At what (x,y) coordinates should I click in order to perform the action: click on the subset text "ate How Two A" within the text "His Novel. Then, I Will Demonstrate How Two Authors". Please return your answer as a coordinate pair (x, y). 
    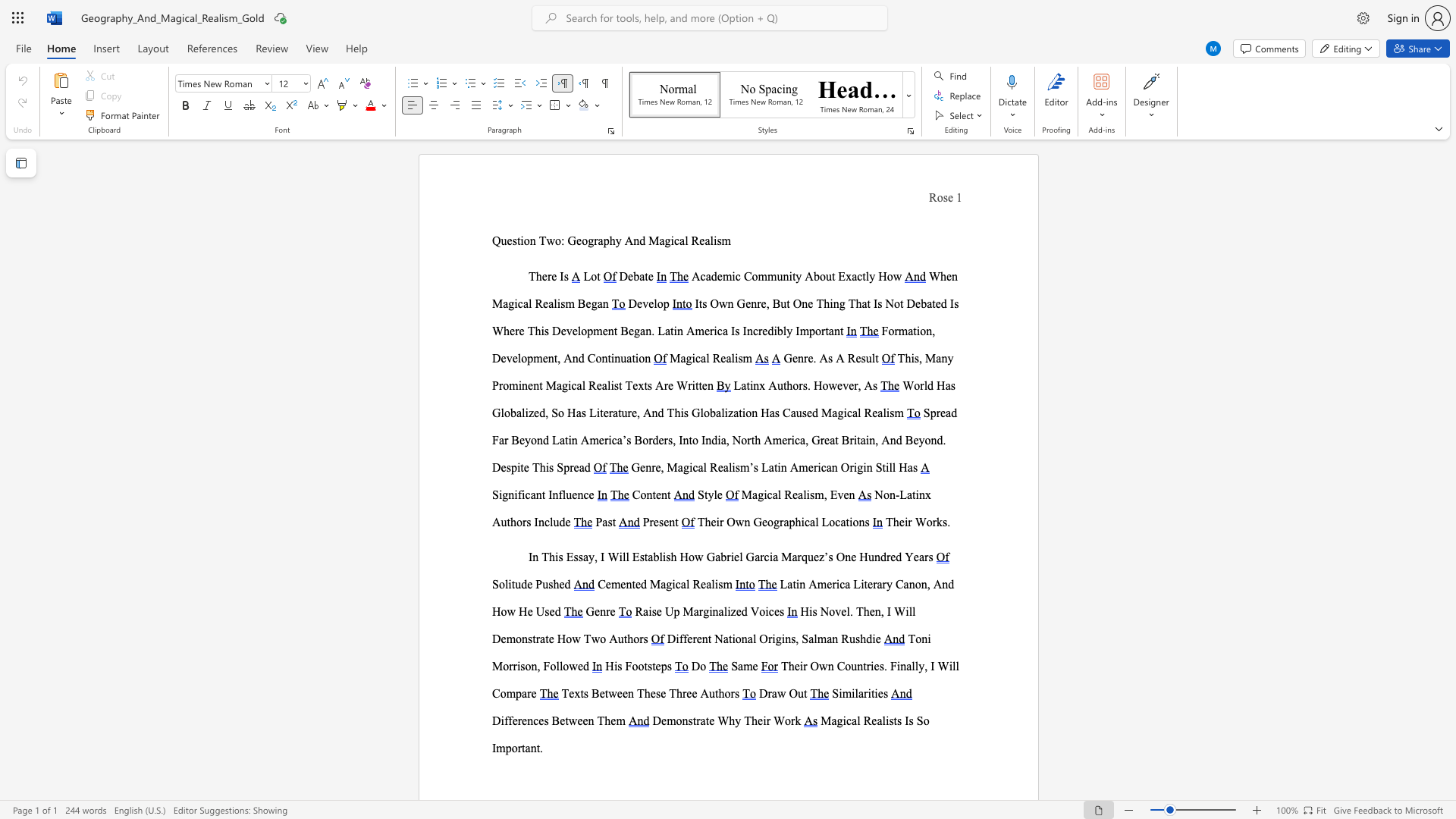
    Looking at the image, I should click on (540, 639).